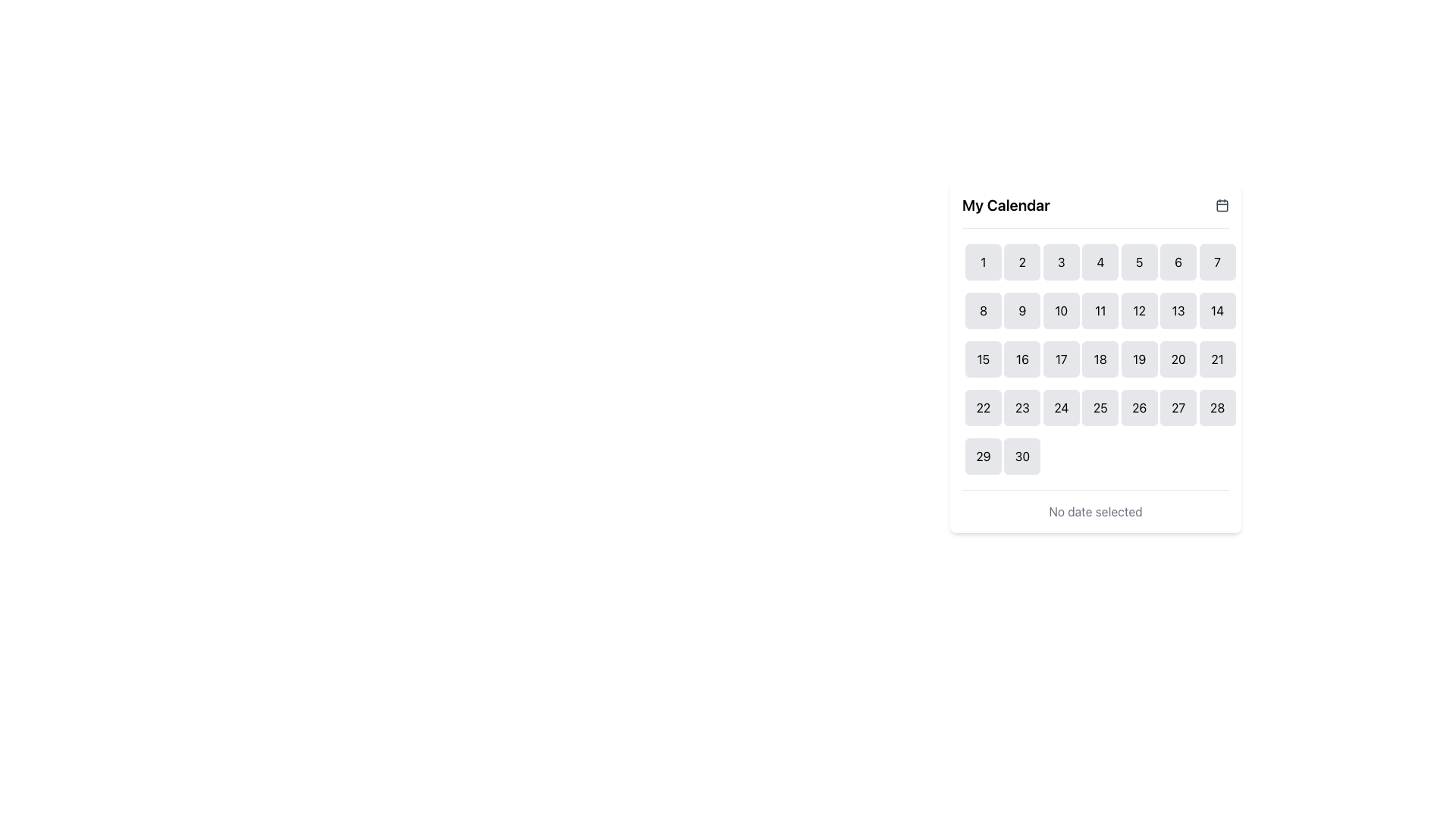 The height and width of the screenshot is (819, 1456). Describe the element at coordinates (1060, 359) in the screenshot. I see `the date selector button for the date '17' in the calendar grid by` at that location.